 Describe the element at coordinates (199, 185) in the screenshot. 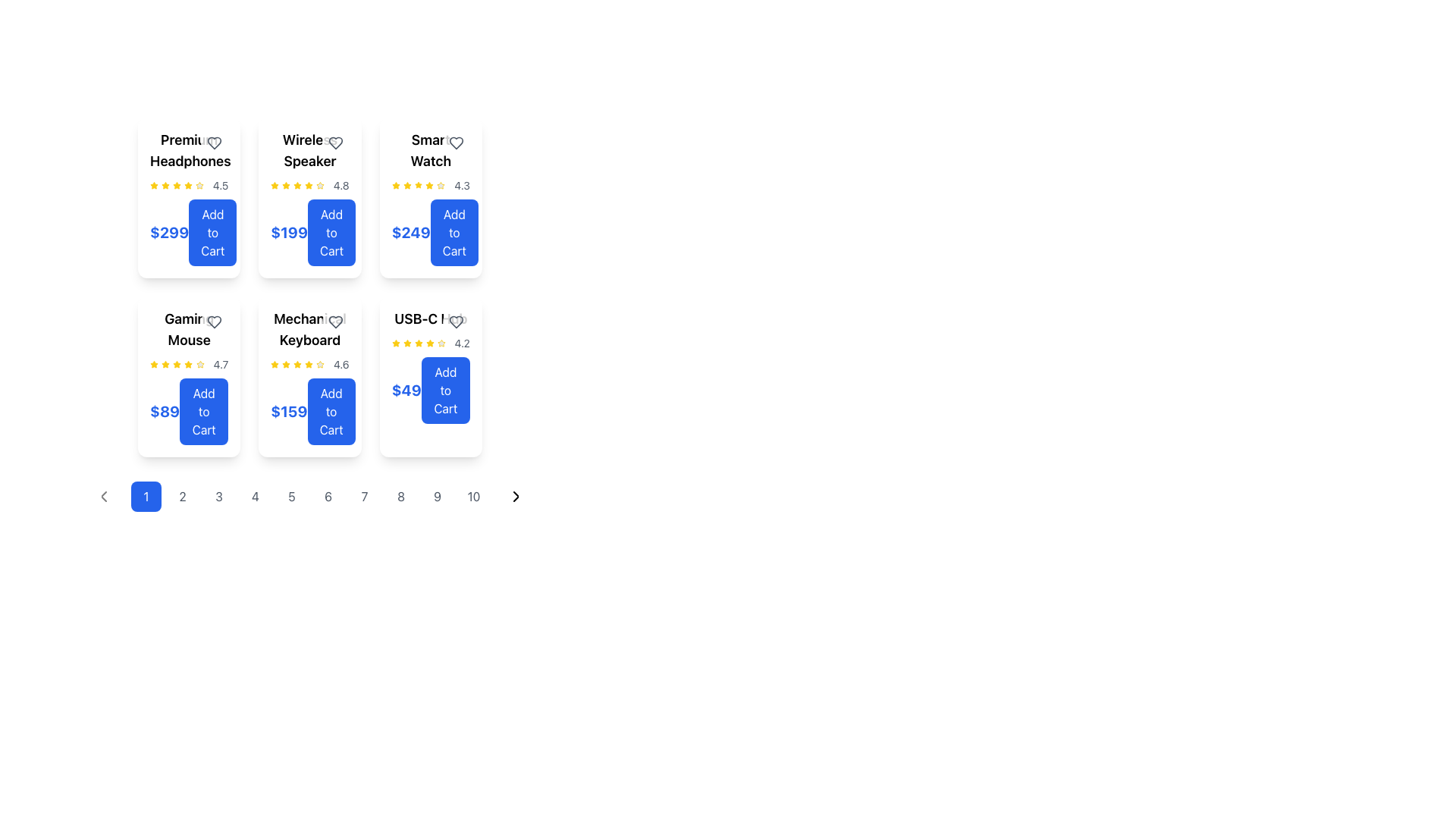

I see `the five-pointed star icon with a light gray fill and yellow border lines located in the rating section below the product title 'Premium Headphones' in the first product card of the grid layout` at that location.